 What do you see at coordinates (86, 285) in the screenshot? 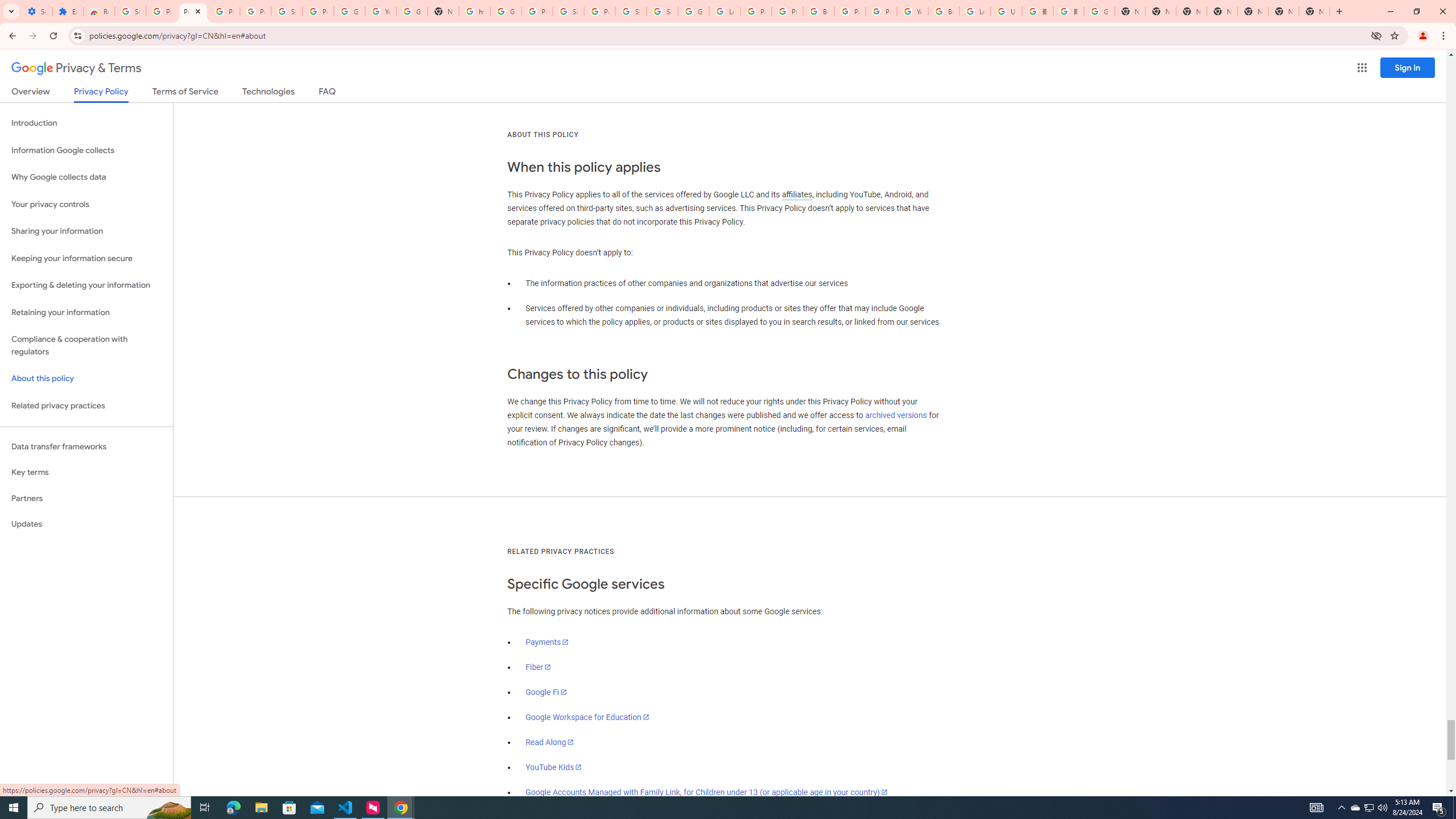
I see `'Exporting & deleting your information'` at bounding box center [86, 285].